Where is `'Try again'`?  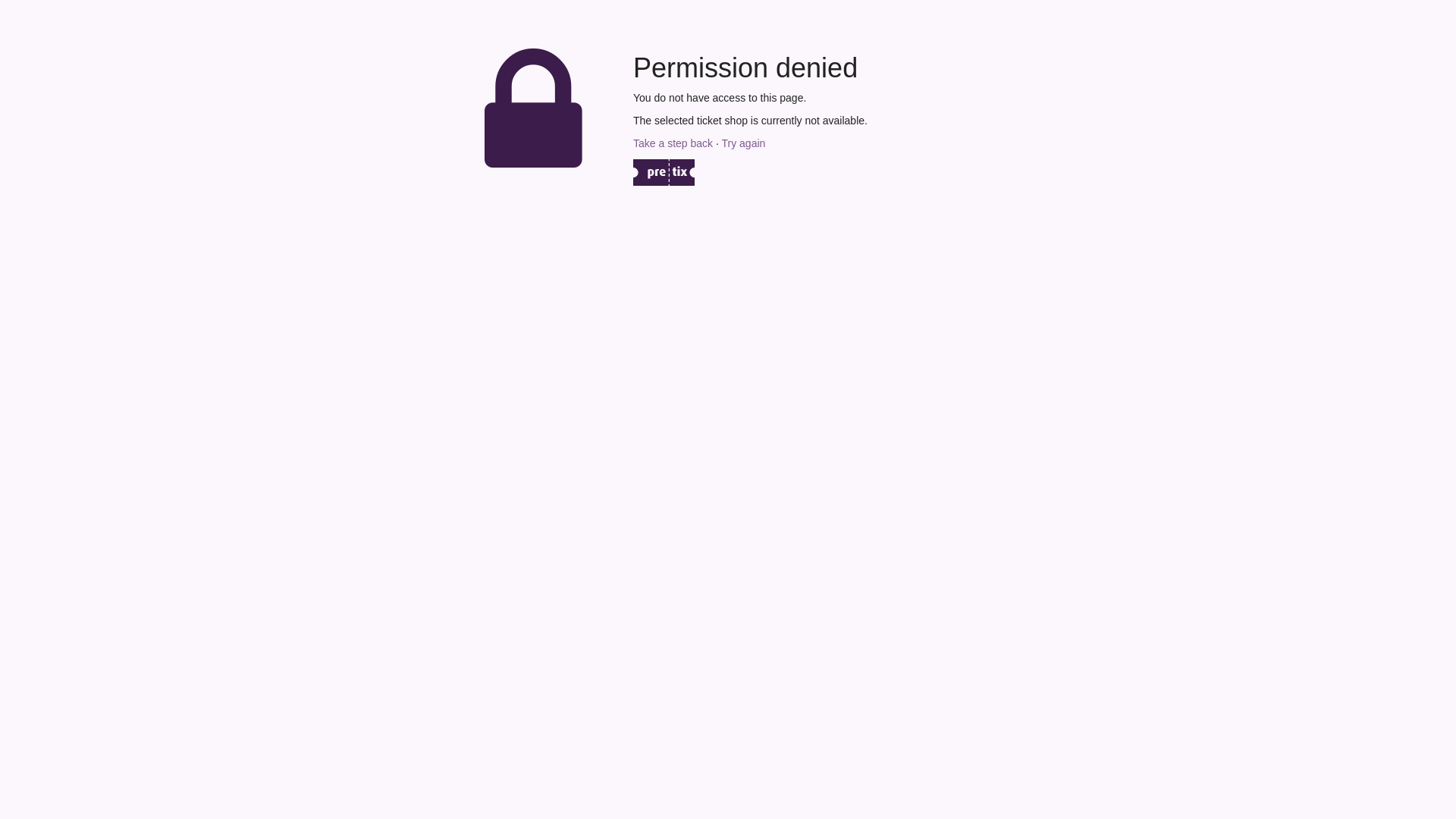
'Try again' is located at coordinates (720, 143).